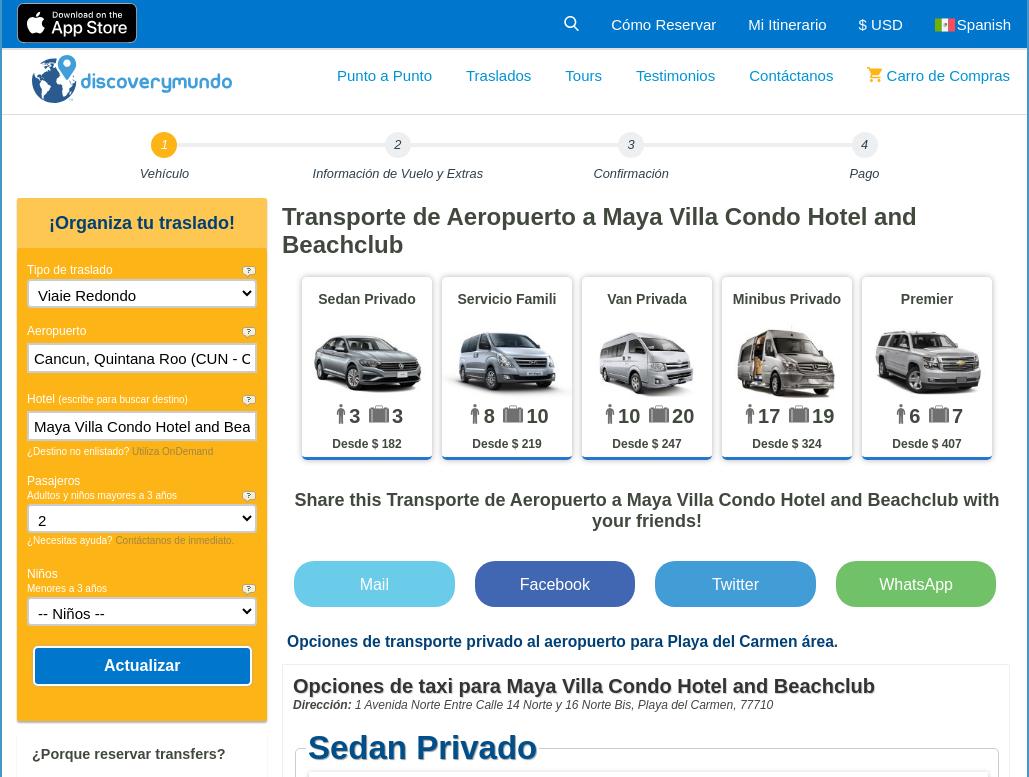  I want to click on 'Tipo de traslado', so click(69, 270).